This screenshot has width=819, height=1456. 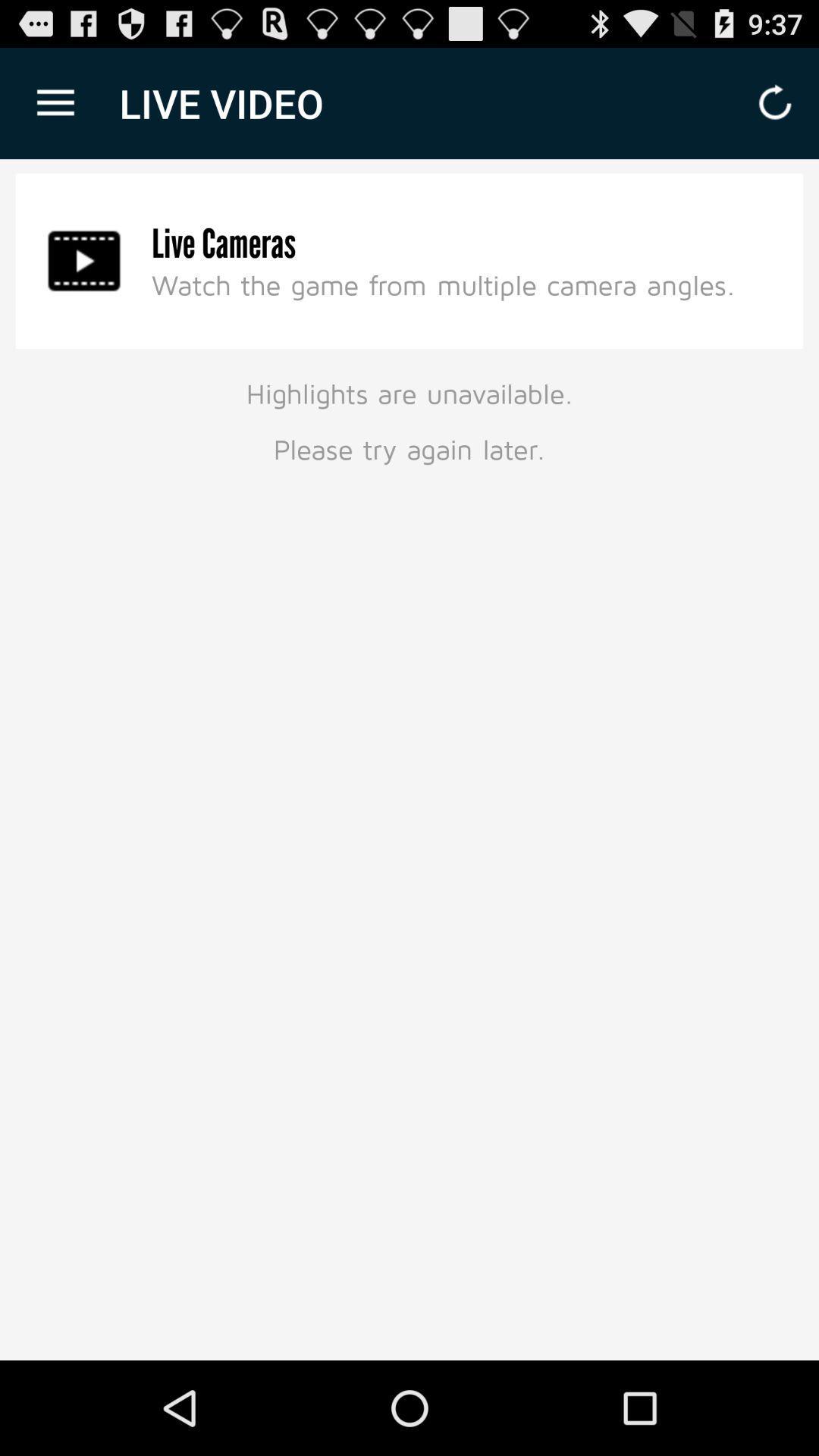 What do you see at coordinates (444, 284) in the screenshot?
I see `the icon below live cameras item` at bounding box center [444, 284].